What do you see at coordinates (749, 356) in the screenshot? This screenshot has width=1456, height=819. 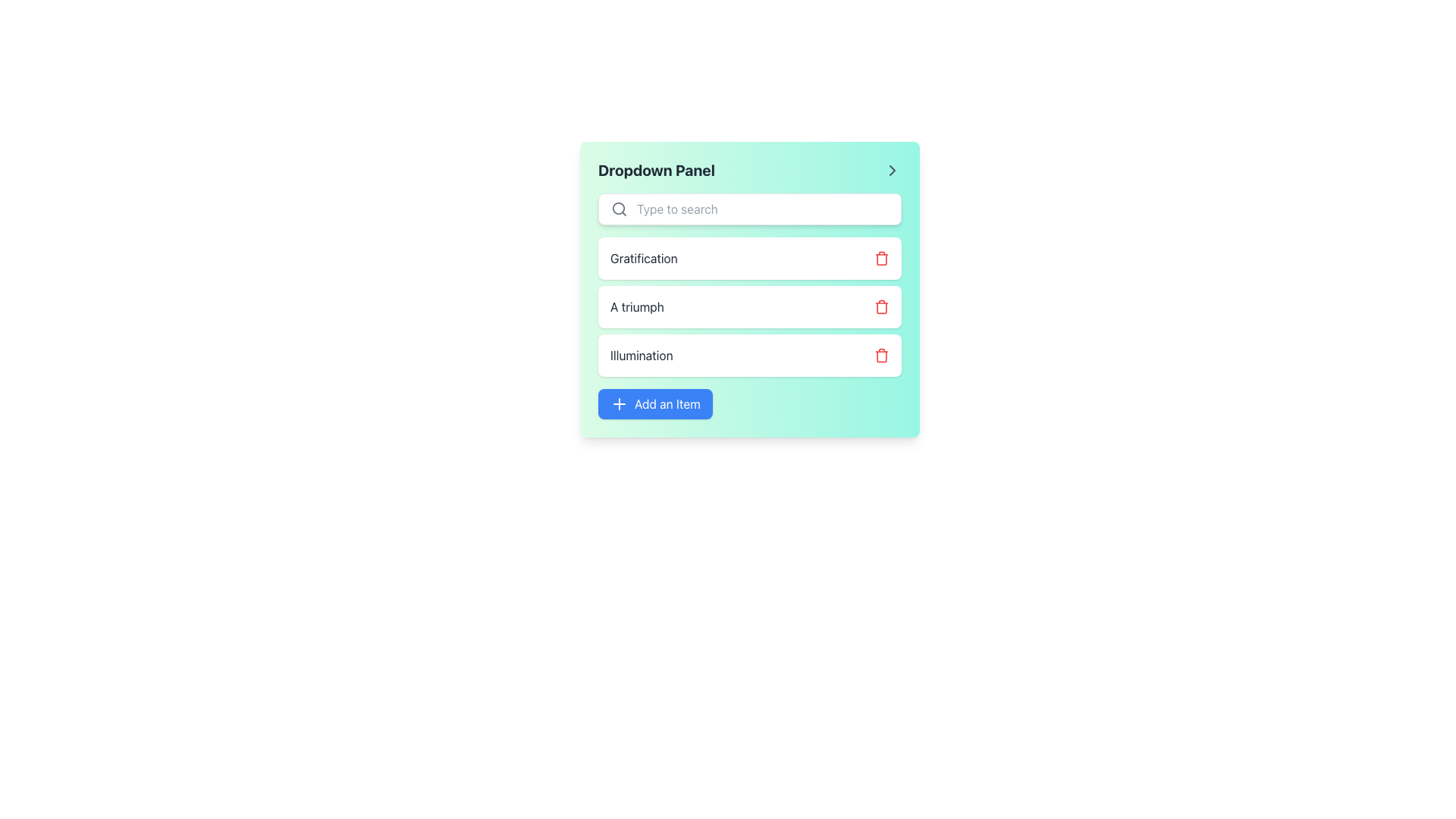 I see `the 'Illumination' list item, which is the third item in a vertical list` at bounding box center [749, 356].